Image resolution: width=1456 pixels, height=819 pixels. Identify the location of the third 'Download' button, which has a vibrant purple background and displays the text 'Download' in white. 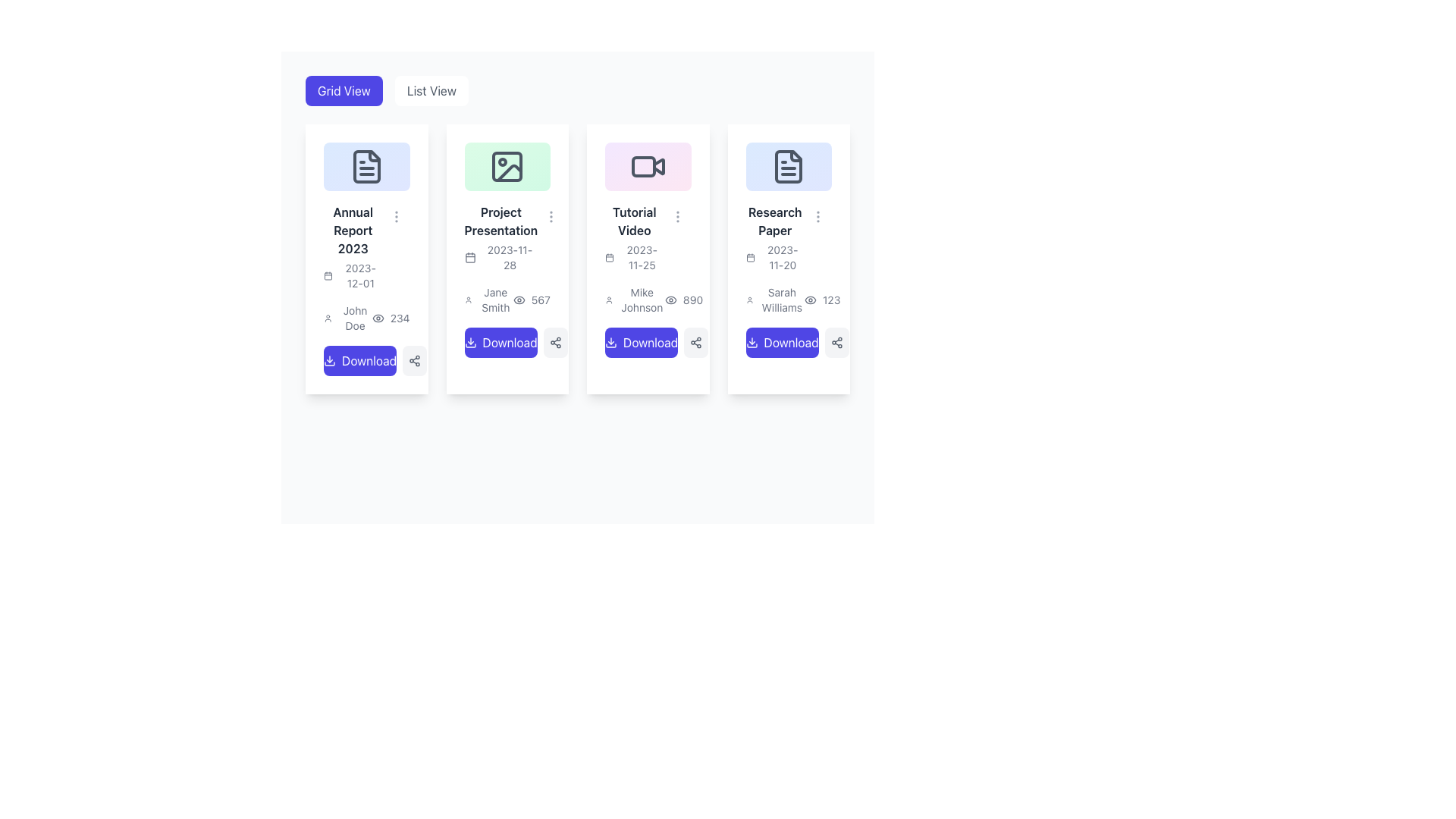
(642, 342).